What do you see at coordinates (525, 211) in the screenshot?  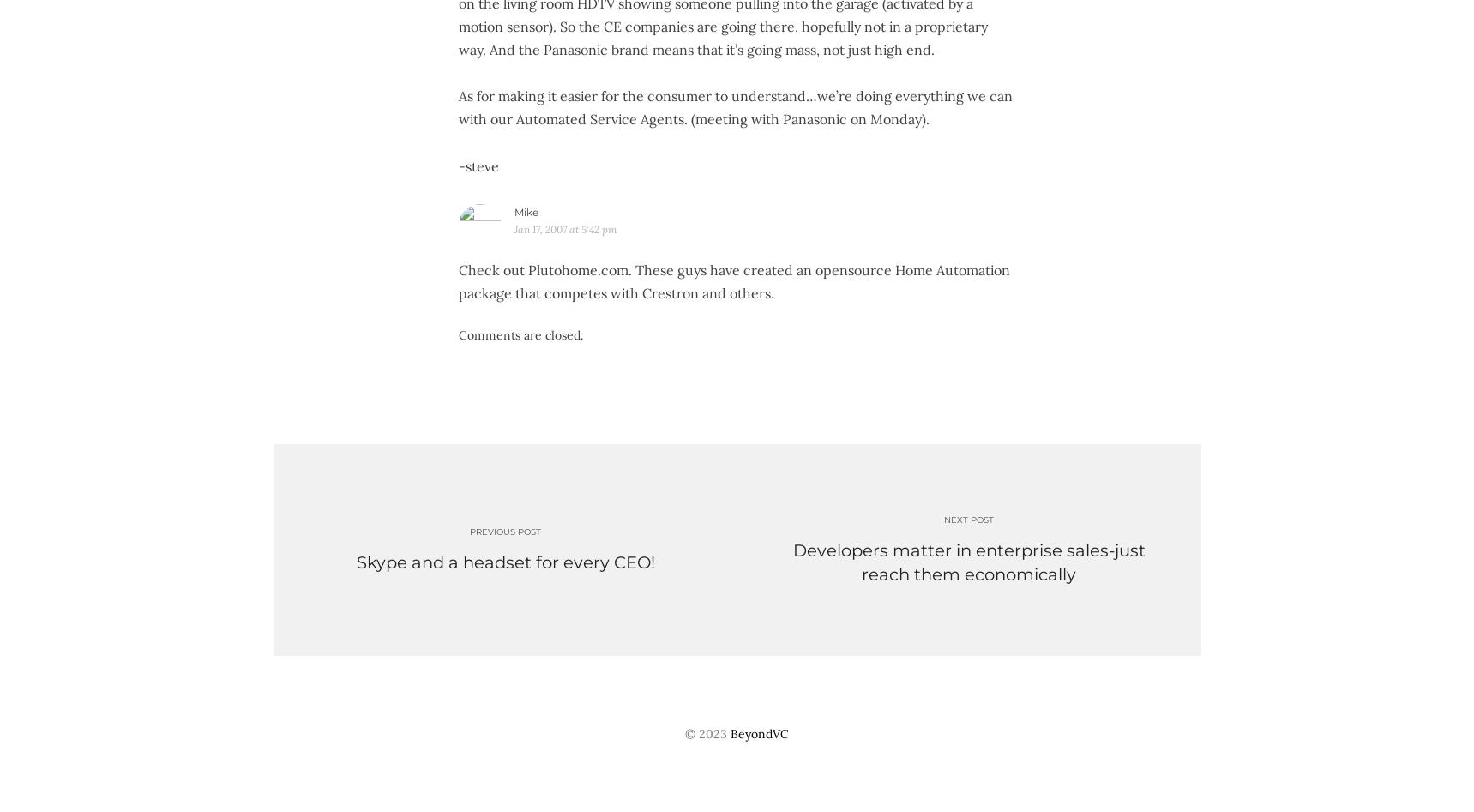 I see `'Mike'` at bounding box center [525, 211].